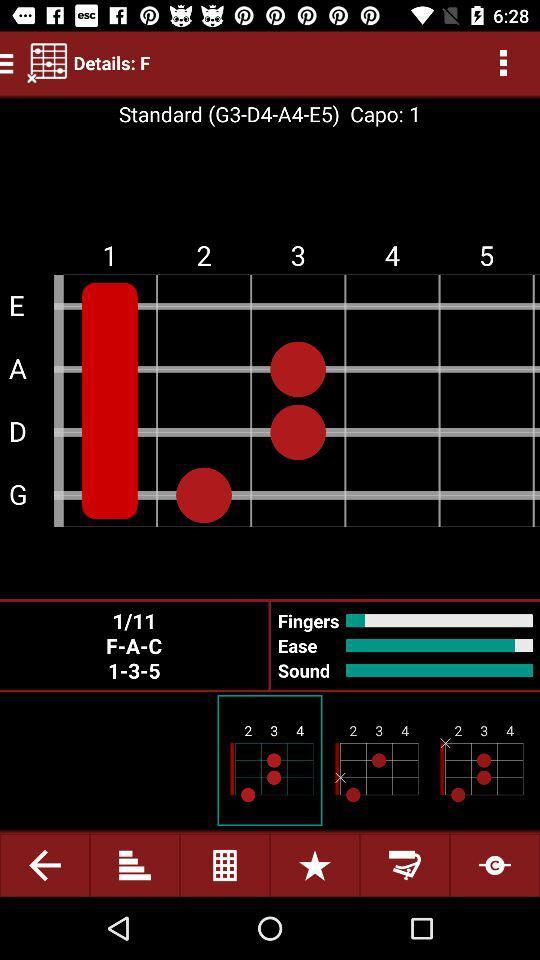 This screenshot has height=960, width=540. What do you see at coordinates (380, 114) in the screenshot?
I see `the icon to the right of the standard g3 d4 item` at bounding box center [380, 114].